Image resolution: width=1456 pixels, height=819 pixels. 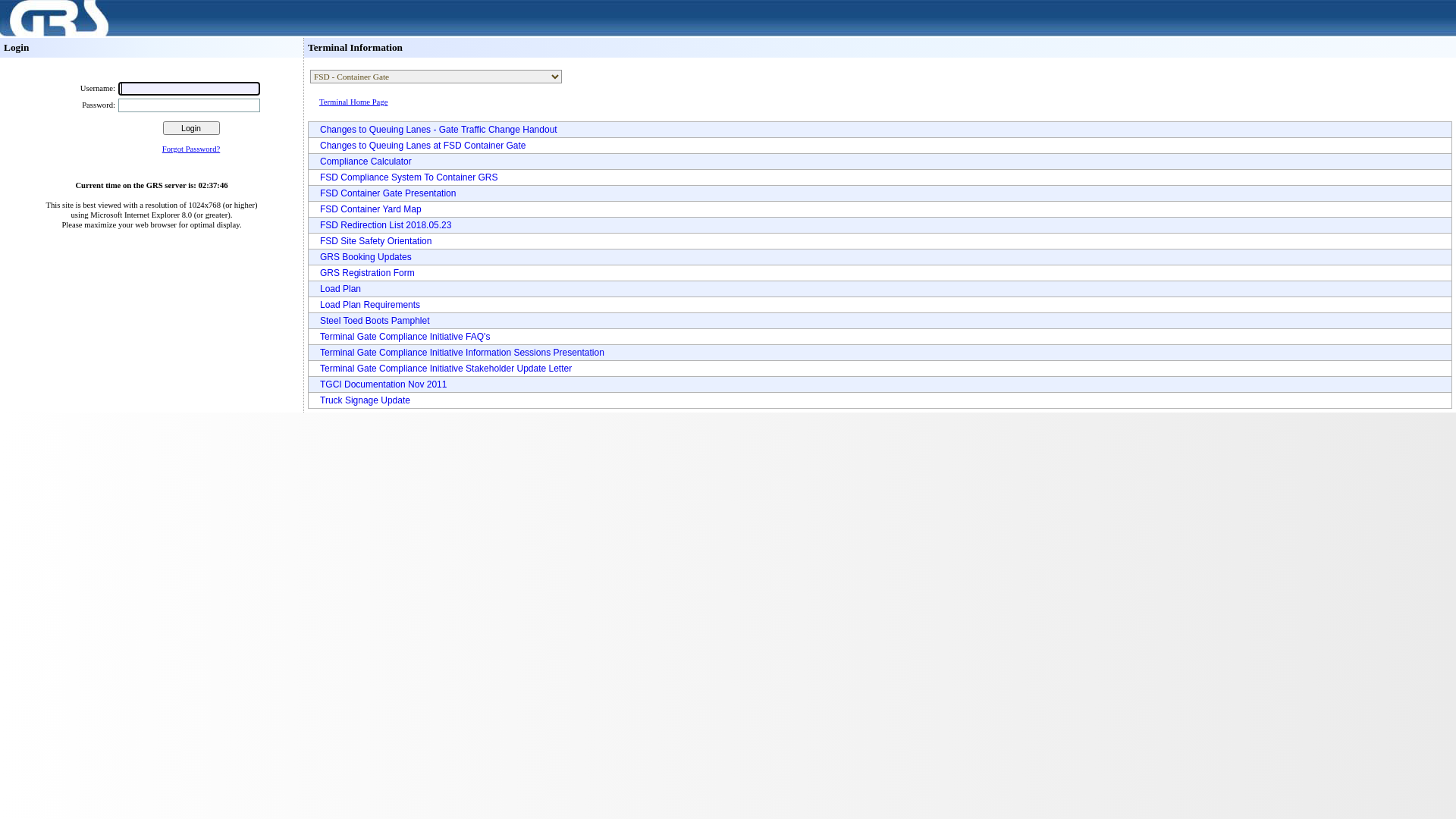 I want to click on 'FSD Compliance System To Container GRS', so click(x=405, y=177).